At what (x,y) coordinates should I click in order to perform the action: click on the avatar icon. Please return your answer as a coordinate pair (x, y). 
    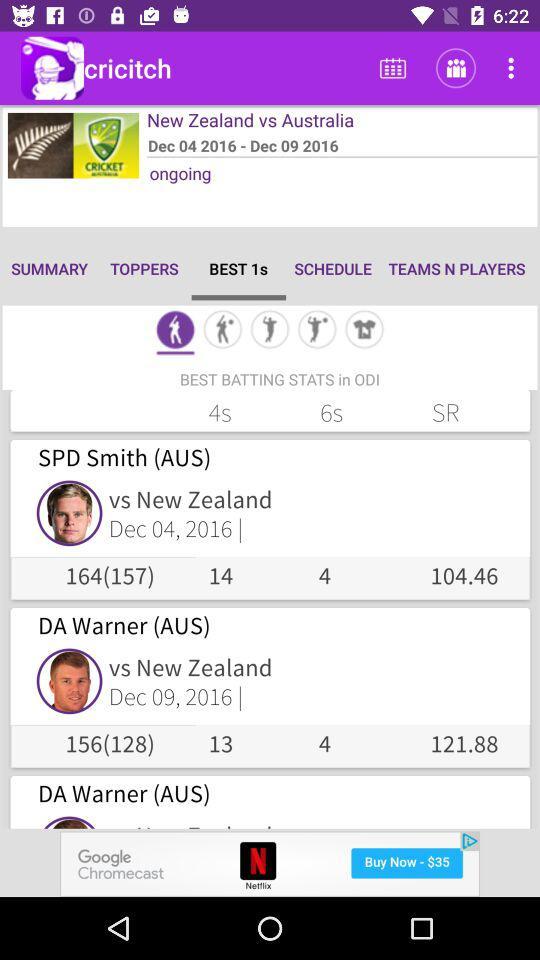
    Looking at the image, I should click on (221, 331).